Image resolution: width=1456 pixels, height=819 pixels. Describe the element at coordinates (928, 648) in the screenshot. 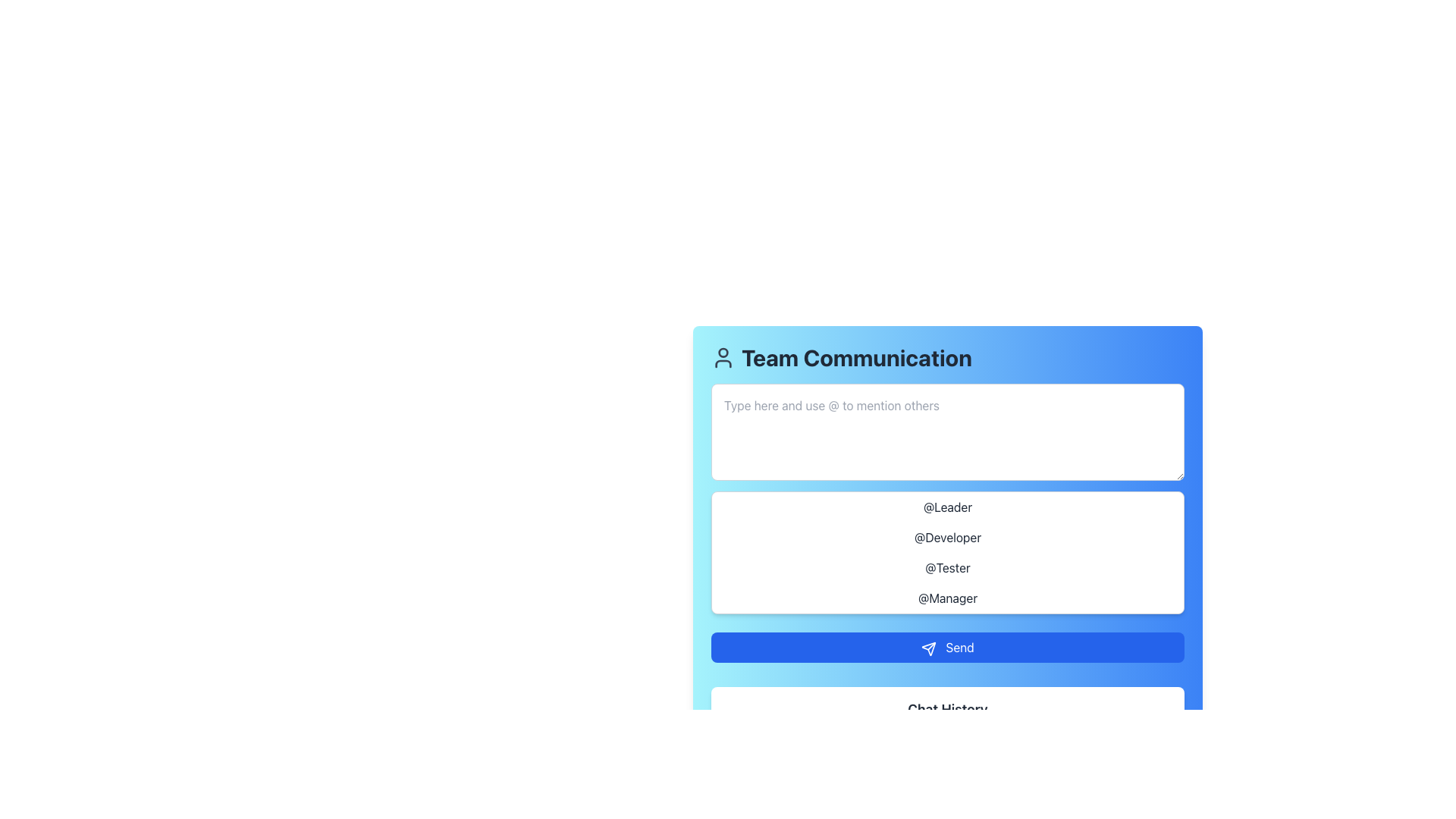

I see `the paper plane icon within the button used for dispatching messages in the team communication interface` at that location.